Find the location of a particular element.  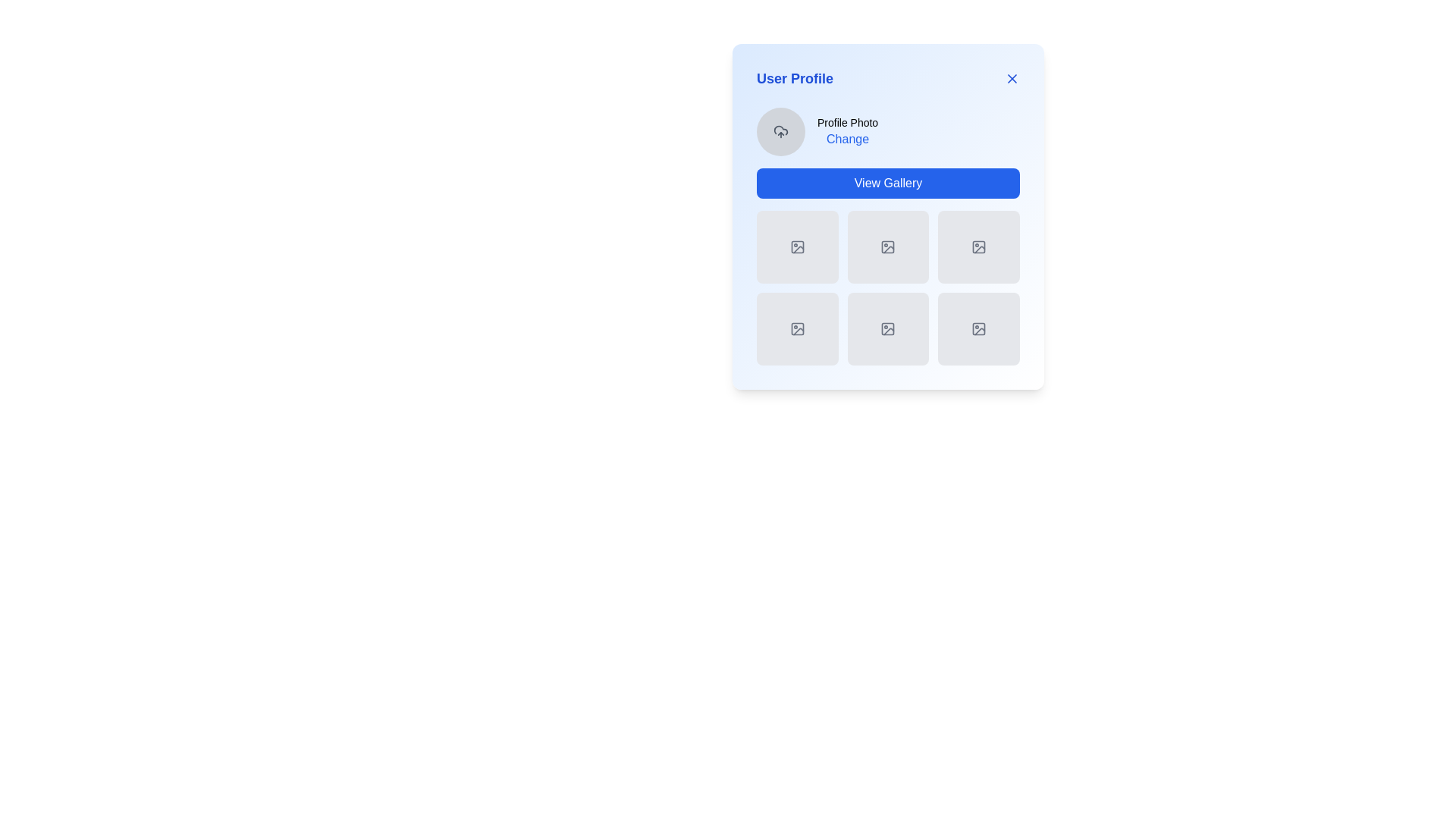

the 'Change' textual link that allows users to modify their profile photo, which is located to the right of the 'Profile Photo' label is located at coordinates (847, 140).